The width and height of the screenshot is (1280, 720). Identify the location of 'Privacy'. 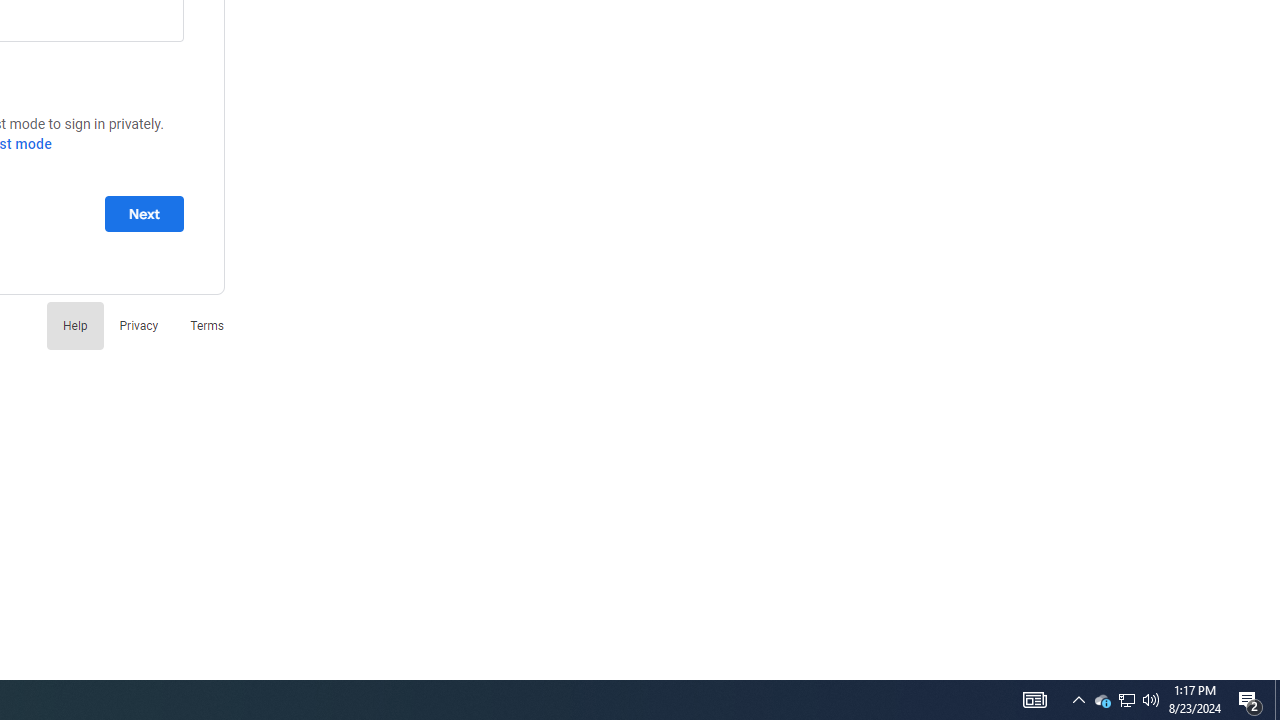
(137, 324).